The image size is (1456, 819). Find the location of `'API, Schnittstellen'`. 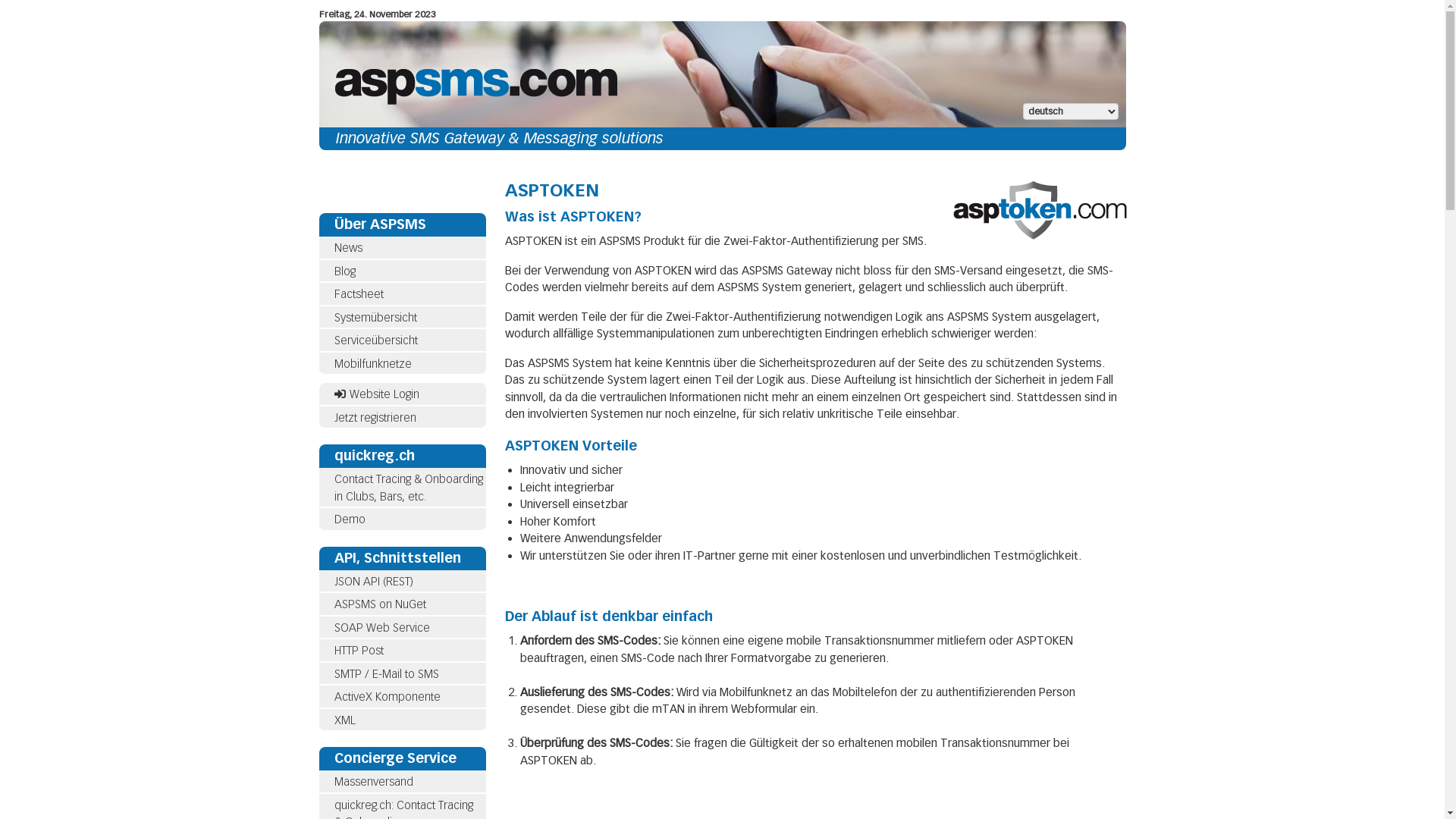

'API, Schnittstellen' is located at coordinates (401, 557).